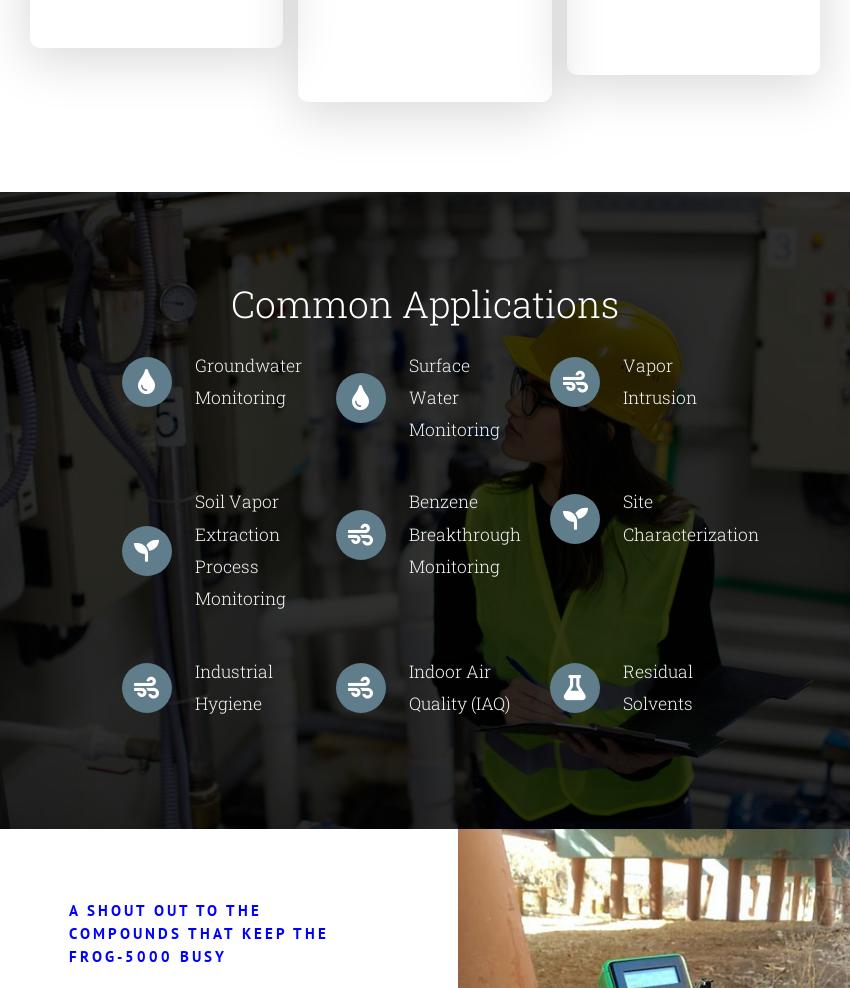 This screenshot has width=850, height=988. What do you see at coordinates (232, 686) in the screenshot?
I see `'Industrial Hygiene'` at bounding box center [232, 686].